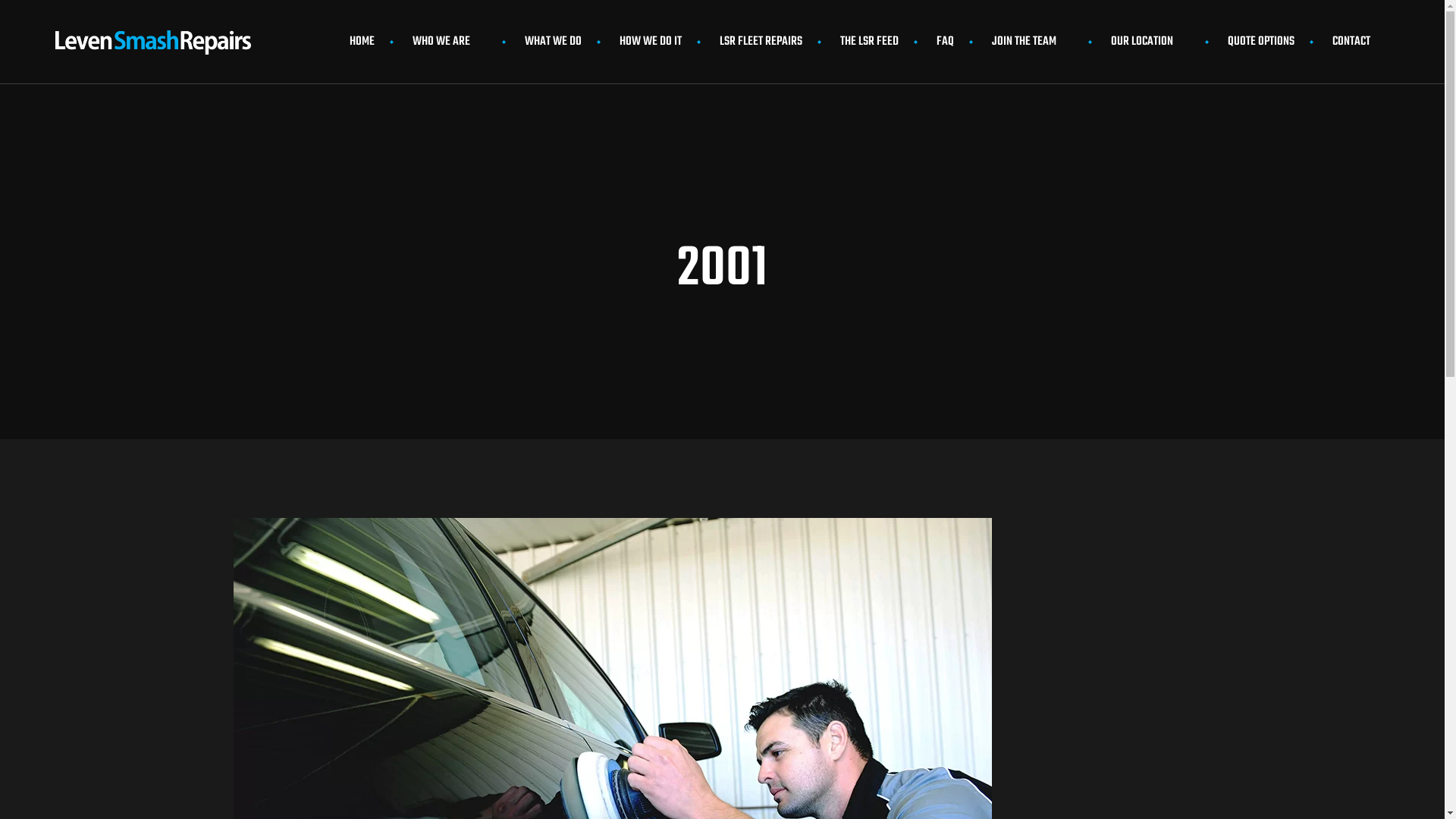  What do you see at coordinates (552, 40) in the screenshot?
I see `'WHAT WE DO'` at bounding box center [552, 40].